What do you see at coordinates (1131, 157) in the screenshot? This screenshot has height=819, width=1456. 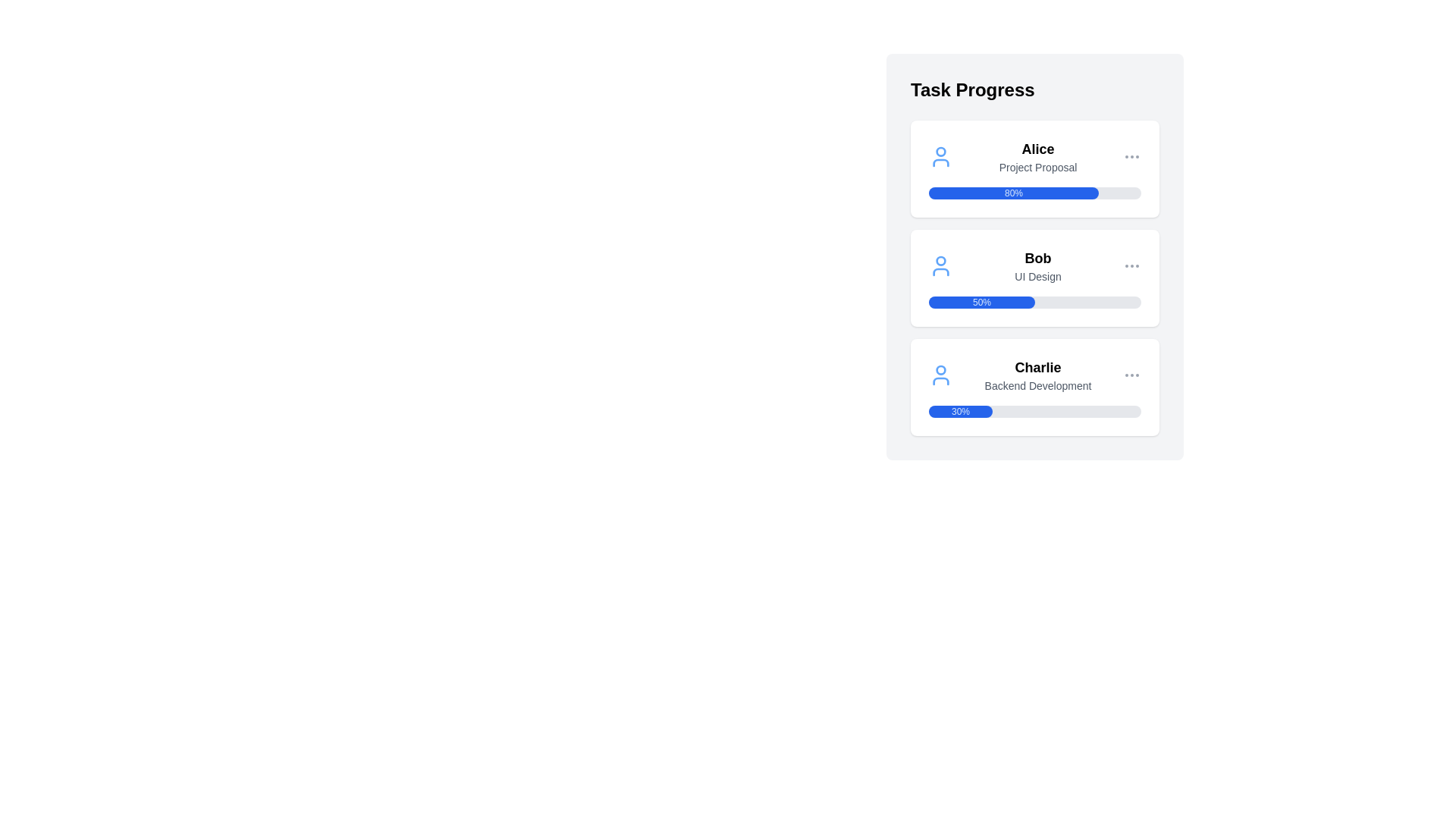 I see `the gray icon consisting of three vertically aligned dots located to the right of 'Alice' and 'Project Proposal'` at bounding box center [1131, 157].